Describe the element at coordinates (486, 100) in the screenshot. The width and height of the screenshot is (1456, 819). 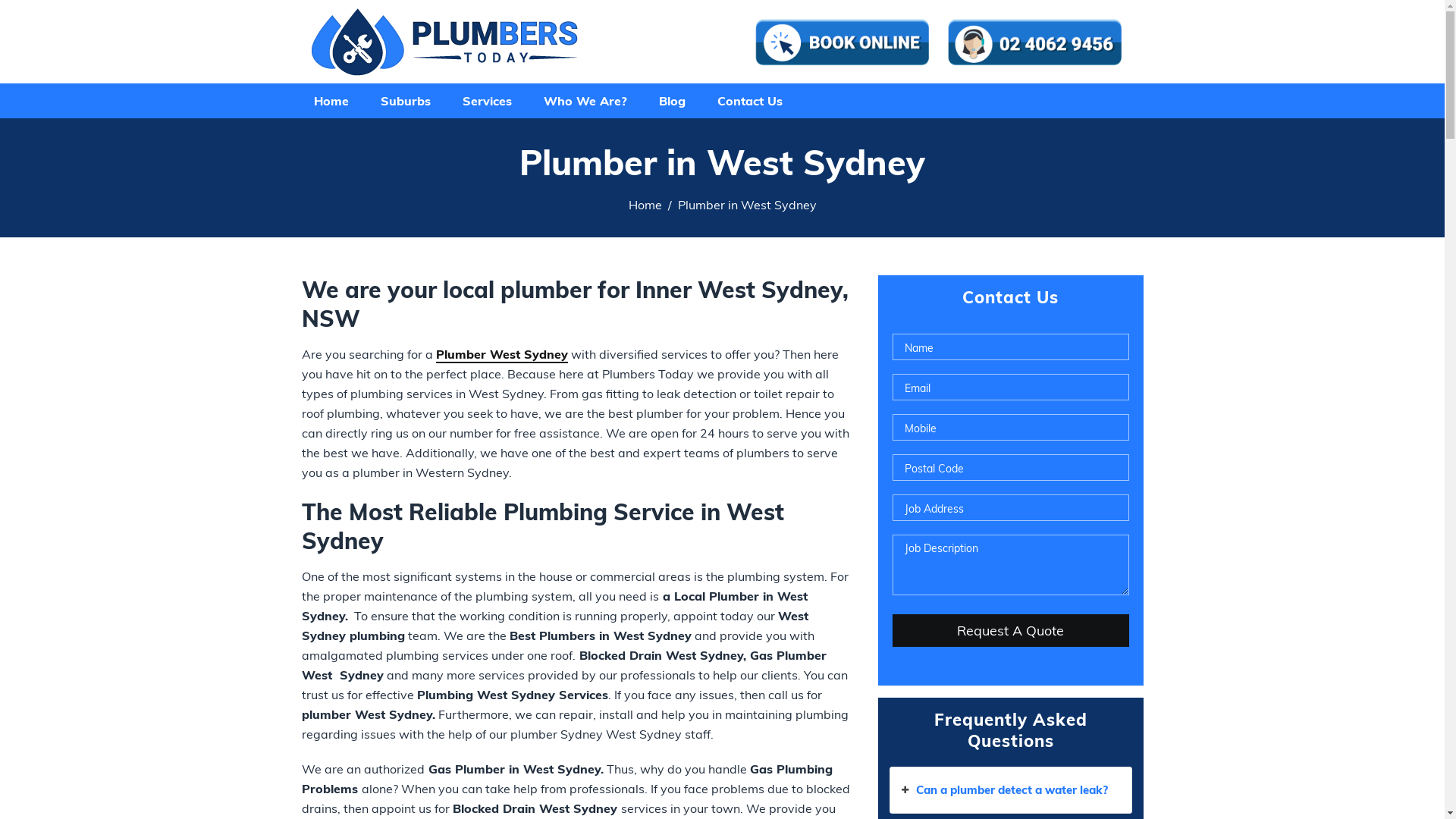
I see `'Services'` at that location.